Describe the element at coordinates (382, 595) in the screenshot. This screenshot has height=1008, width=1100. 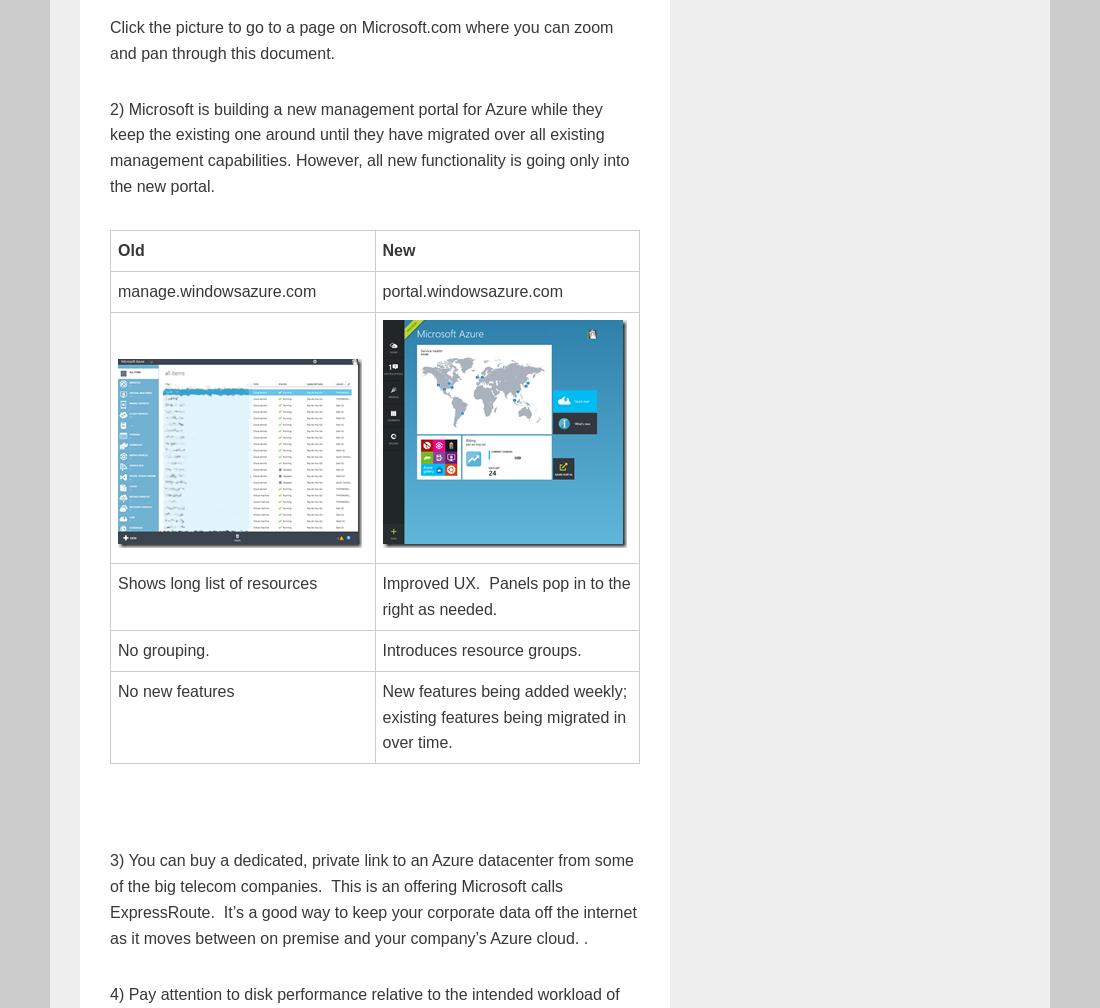
I see `'Improved UX.  Panels pop in to the right as needed.'` at that location.